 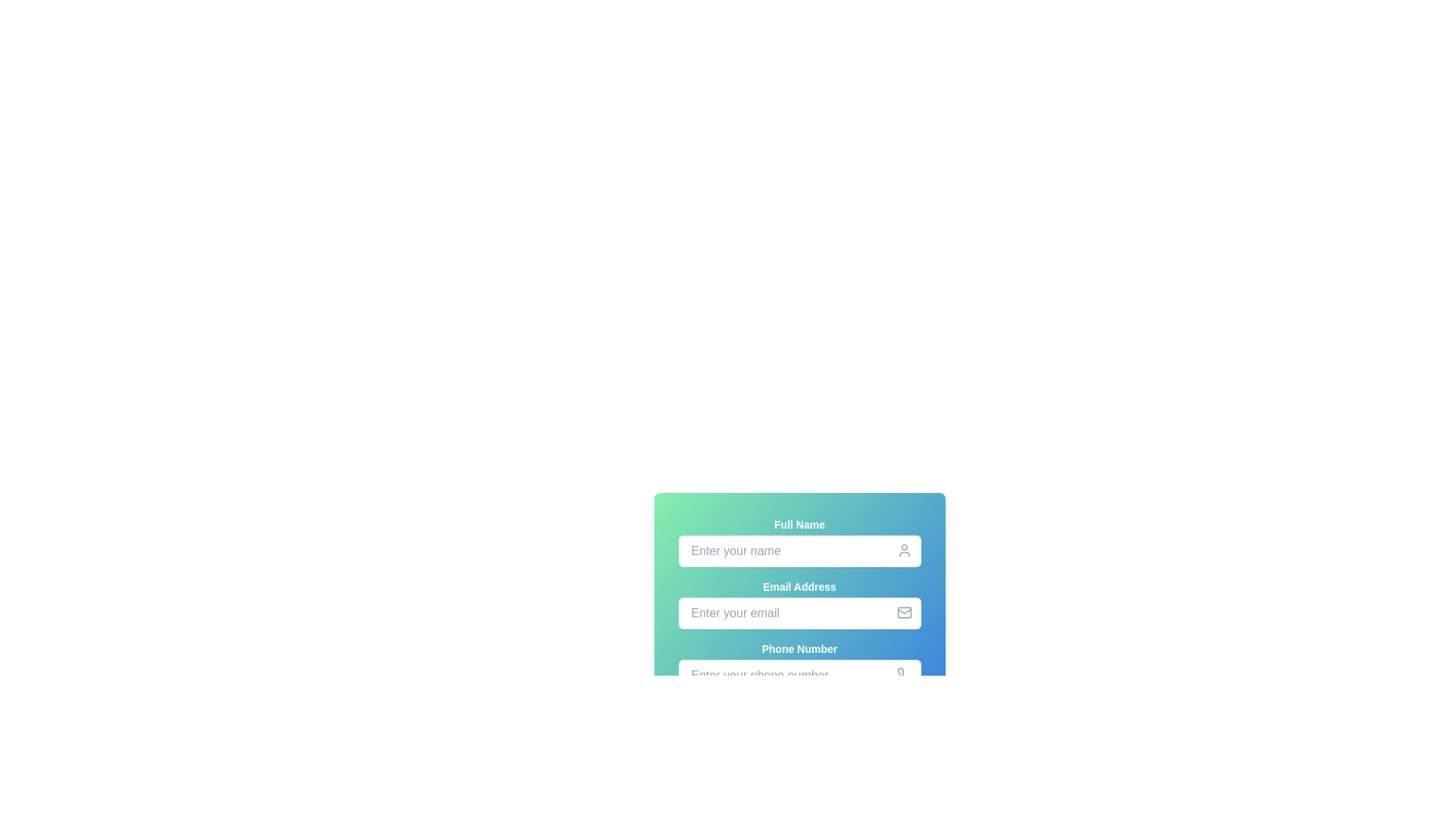 I want to click on the label that provides context for the input field expecting the user's phone number, located below the 'Full Name' and 'Email Address' labels, so click(x=799, y=648).